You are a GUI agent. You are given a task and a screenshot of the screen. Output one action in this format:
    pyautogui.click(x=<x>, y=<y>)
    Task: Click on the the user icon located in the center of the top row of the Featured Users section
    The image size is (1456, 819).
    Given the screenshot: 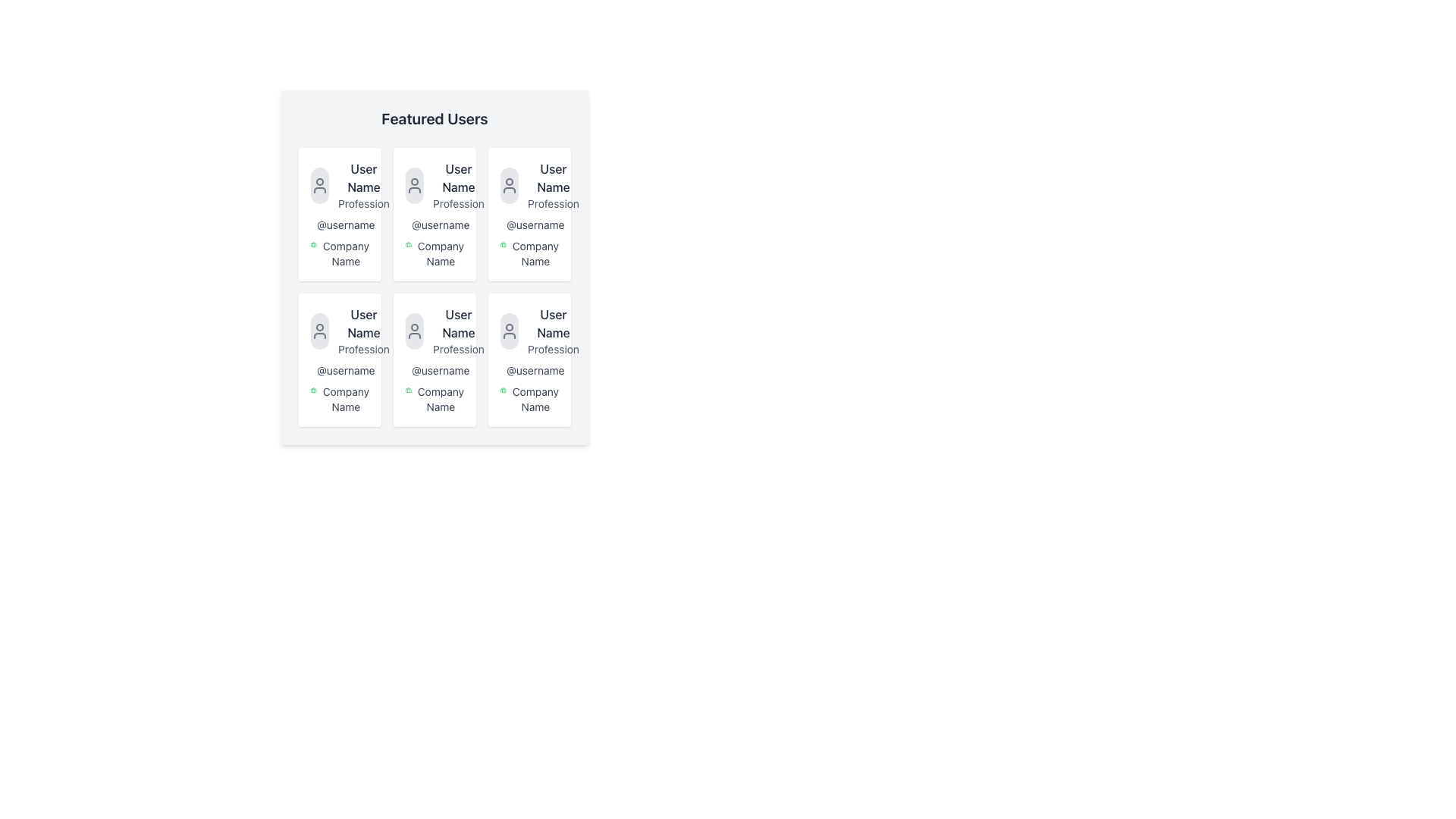 What is the action you would take?
    pyautogui.click(x=415, y=185)
    